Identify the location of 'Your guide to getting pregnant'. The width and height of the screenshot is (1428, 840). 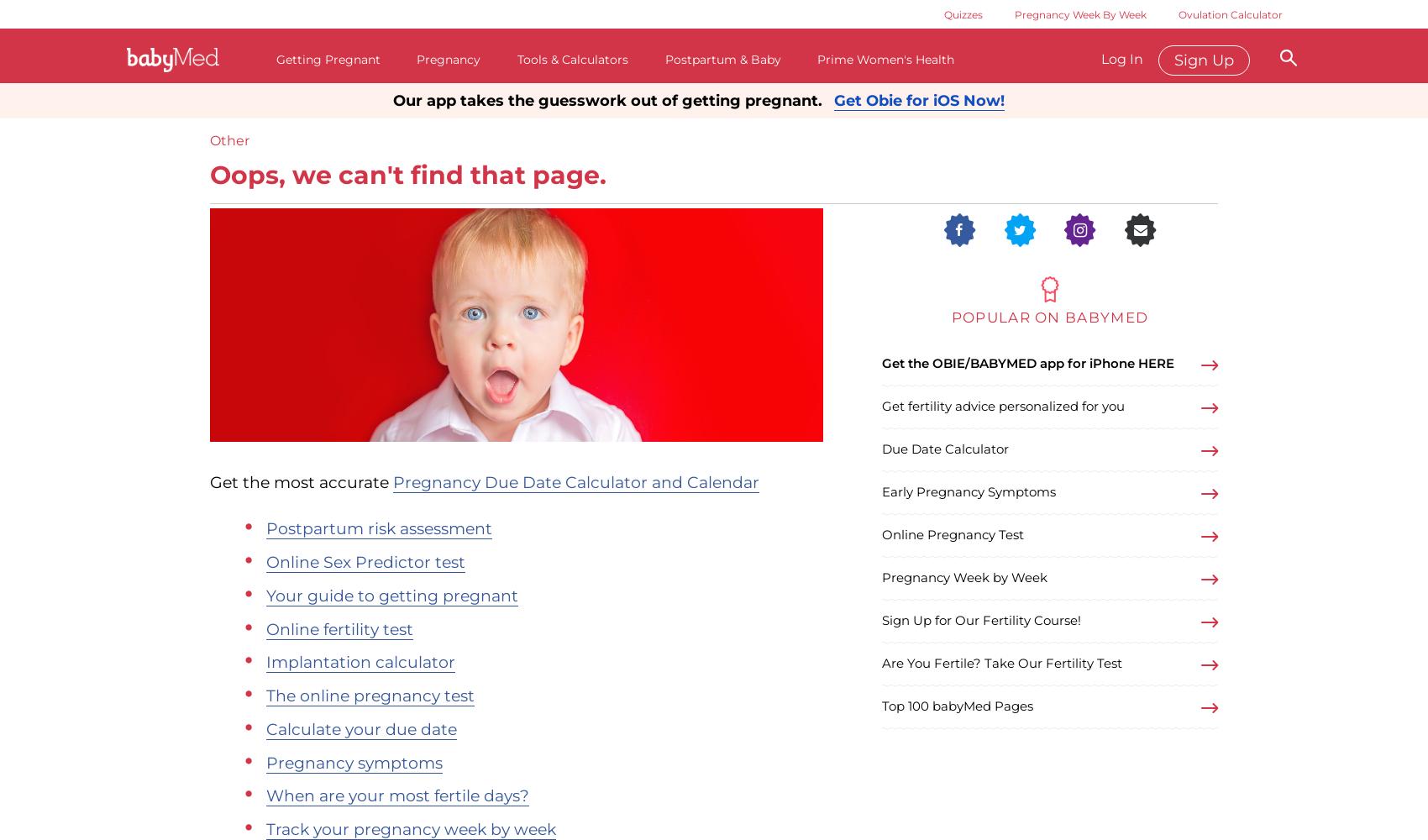
(265, 594).